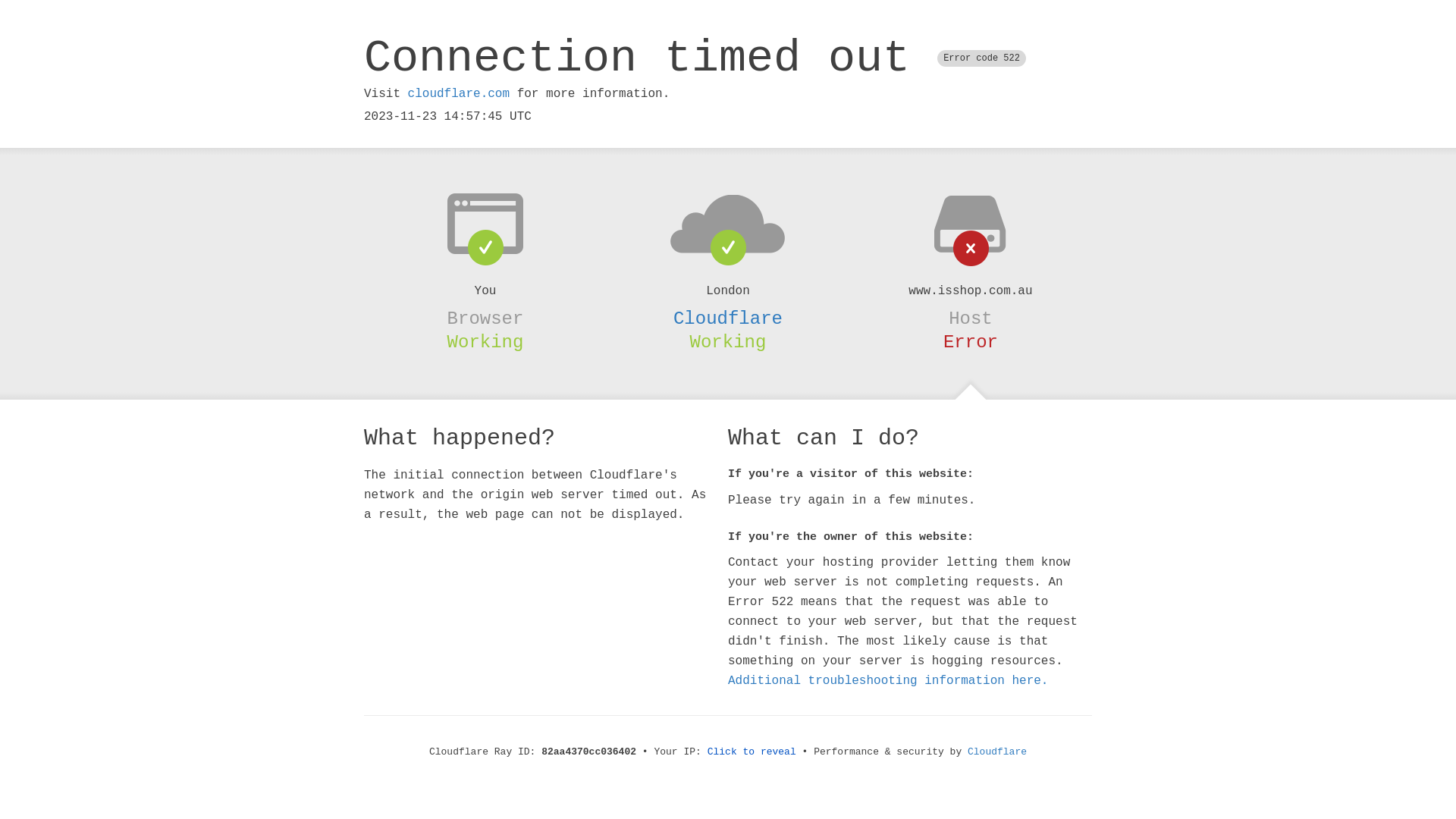  What do you see at coordinates (888, 680) in the screenshot?
I see `'Additional troubleshooting information here.'` at bounding box center [888, 680].